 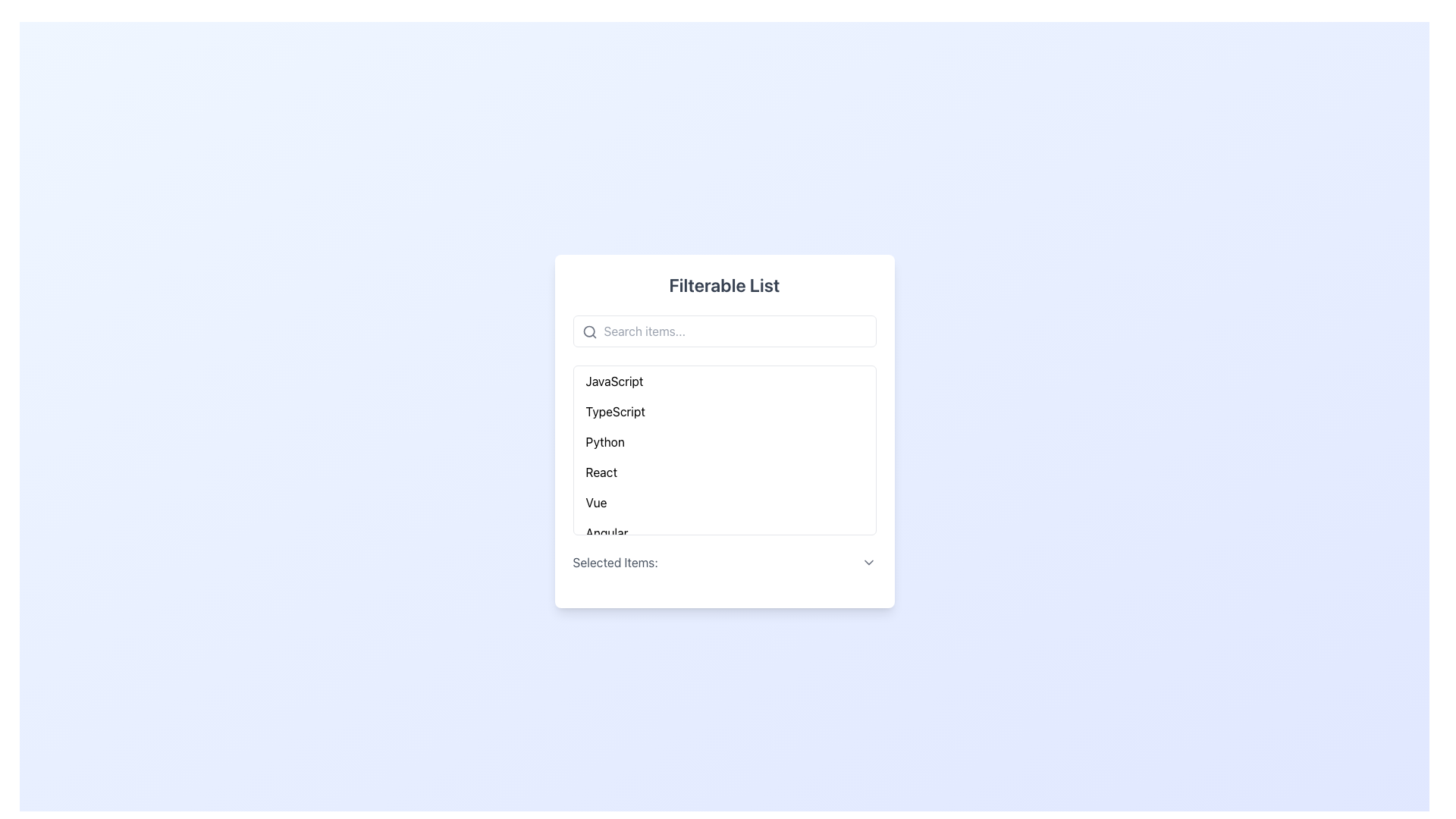 I want to click on the 'Angular' text label using keyboard navigation, so click(x=607, y=532).